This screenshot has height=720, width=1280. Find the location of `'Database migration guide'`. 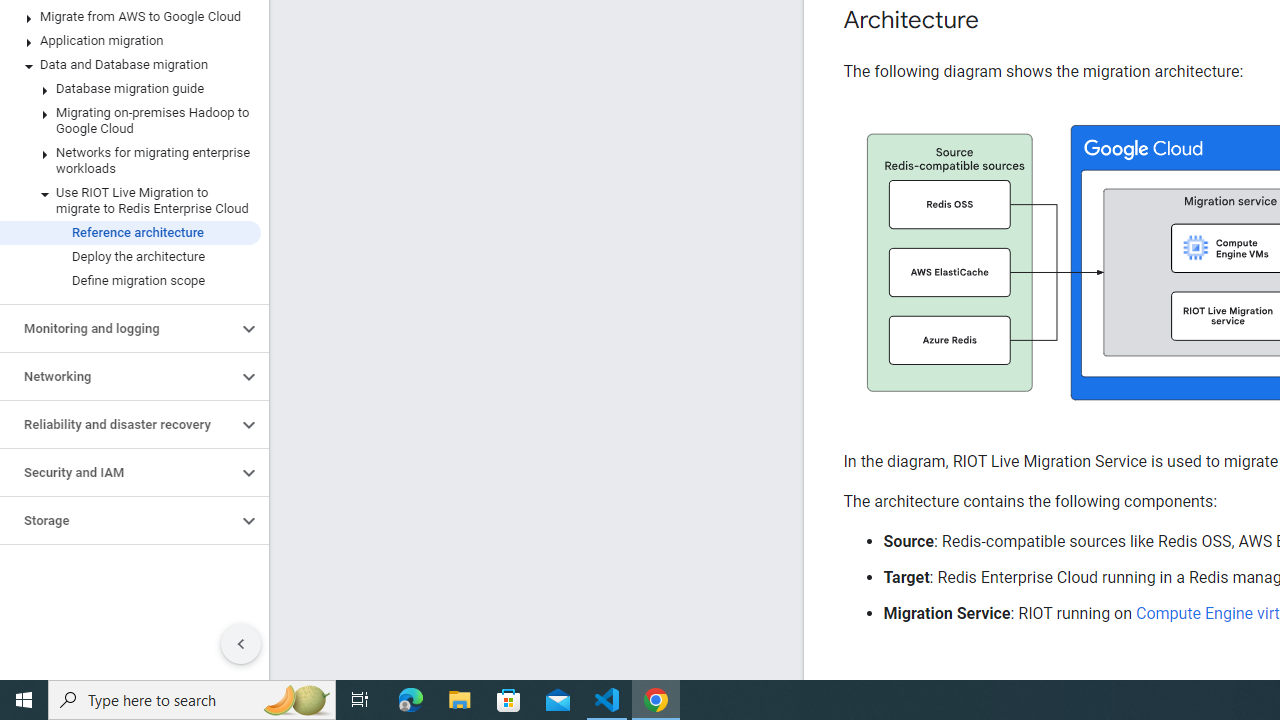

'Database migration guide' is located at coordinates (129, 87).